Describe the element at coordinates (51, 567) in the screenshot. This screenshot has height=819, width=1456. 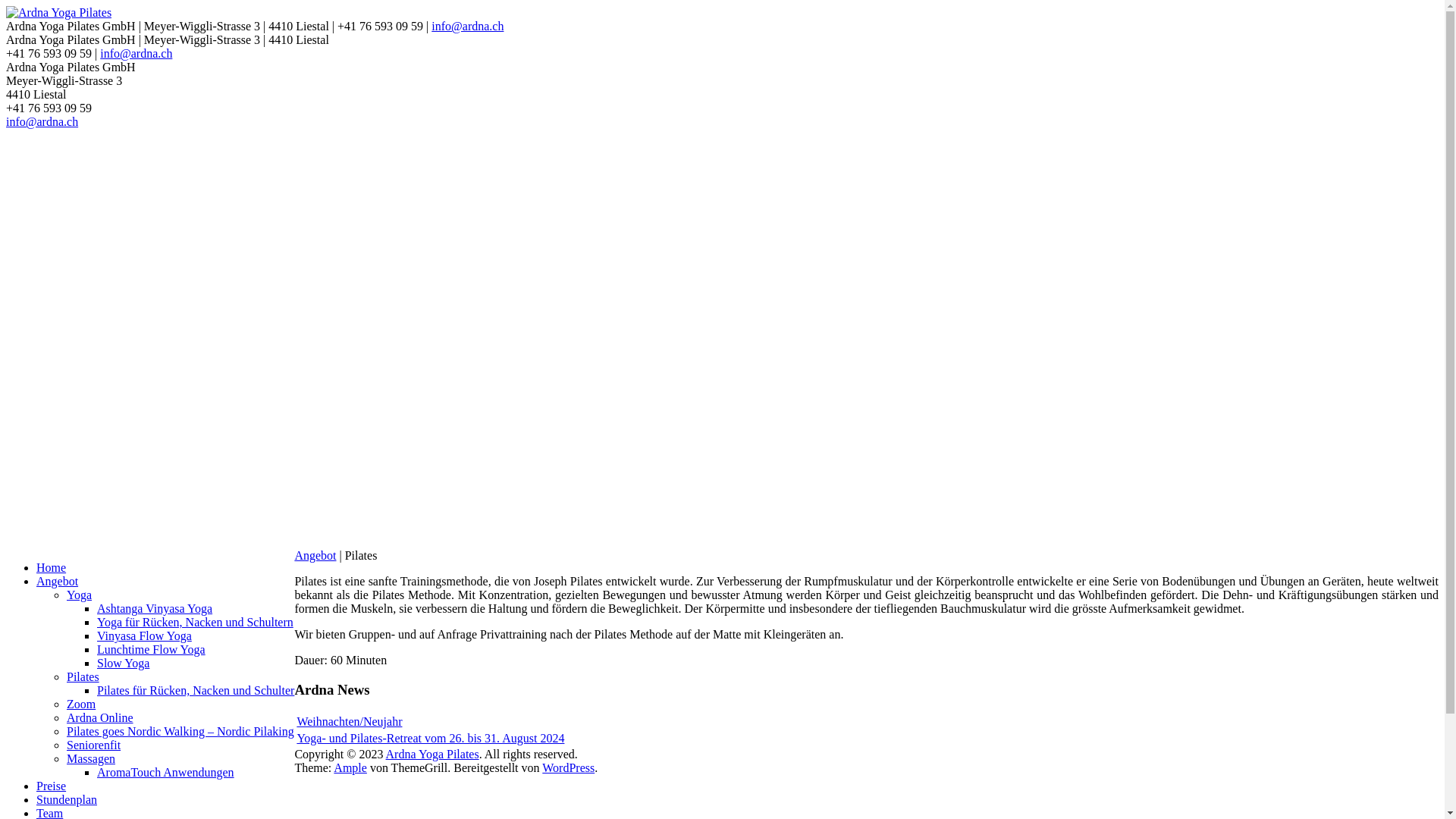
I see `'Home'` at that location.